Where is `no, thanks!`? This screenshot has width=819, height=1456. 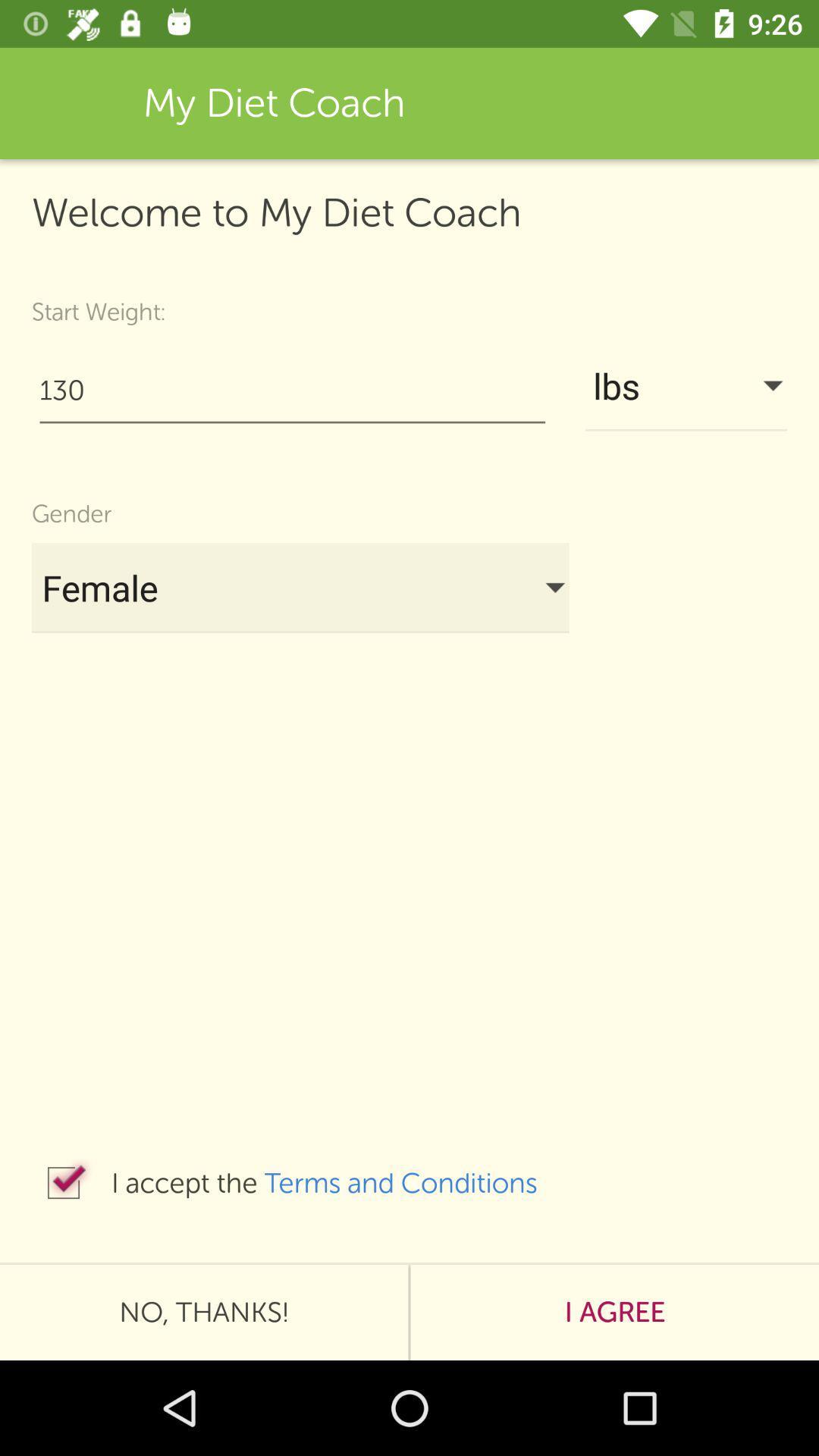
no, thanks! is located at coordinates (203, 1312).